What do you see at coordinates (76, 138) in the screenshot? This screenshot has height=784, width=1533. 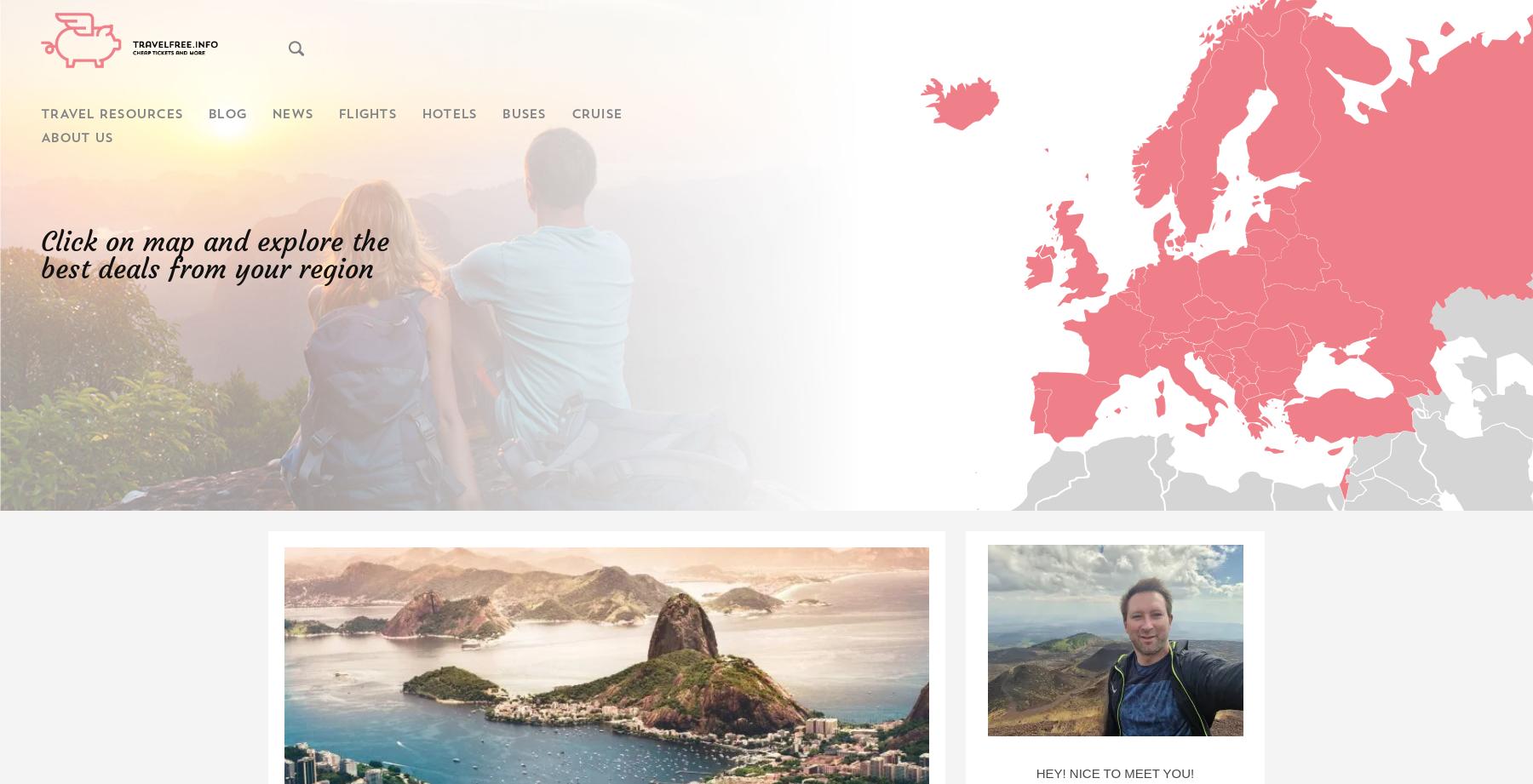 I see `'About us'` at bounding box center [76, 138].